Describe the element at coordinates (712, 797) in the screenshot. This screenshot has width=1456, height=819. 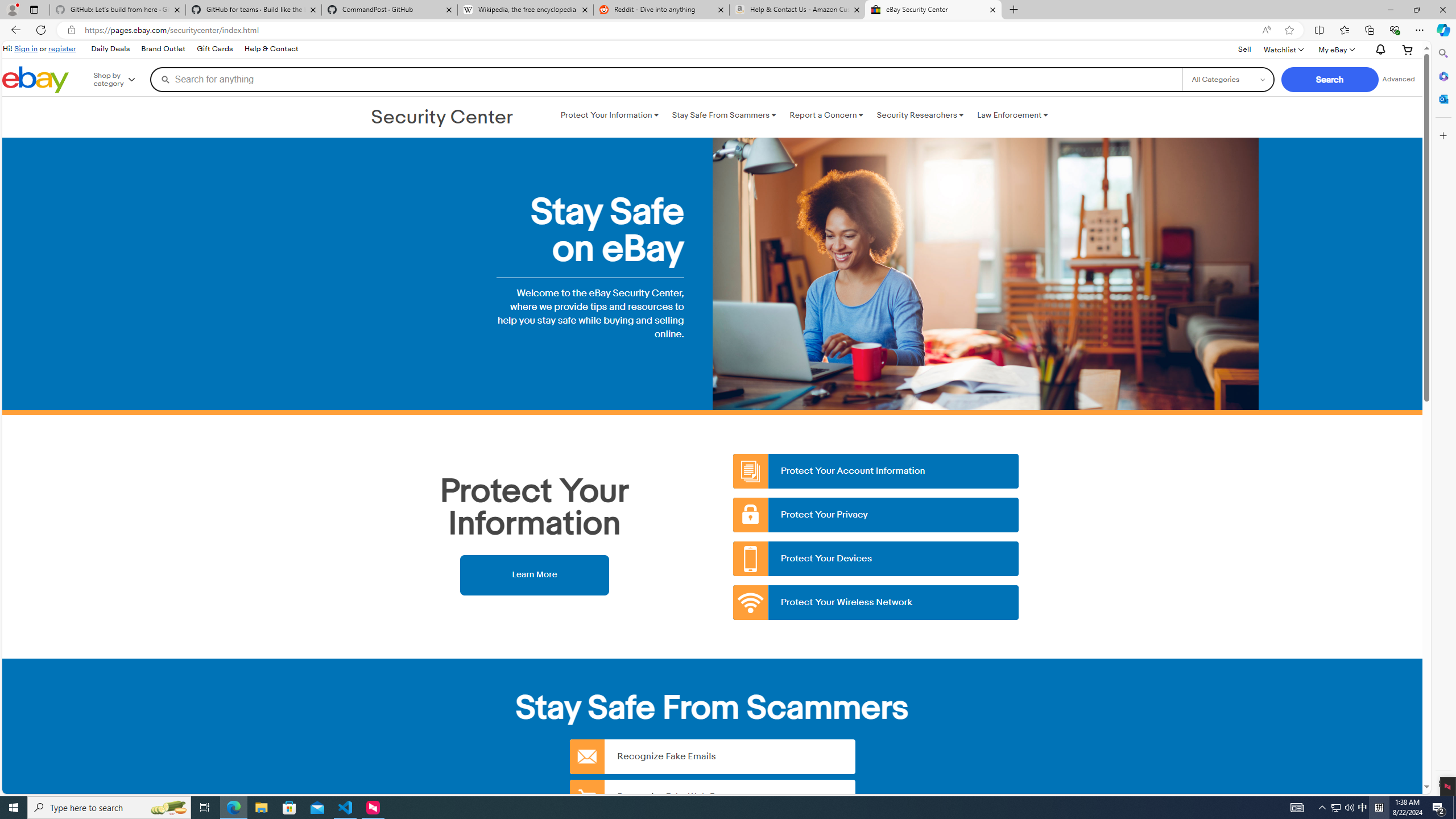
I see `'Recognize Fake Web Pages'` at that location.